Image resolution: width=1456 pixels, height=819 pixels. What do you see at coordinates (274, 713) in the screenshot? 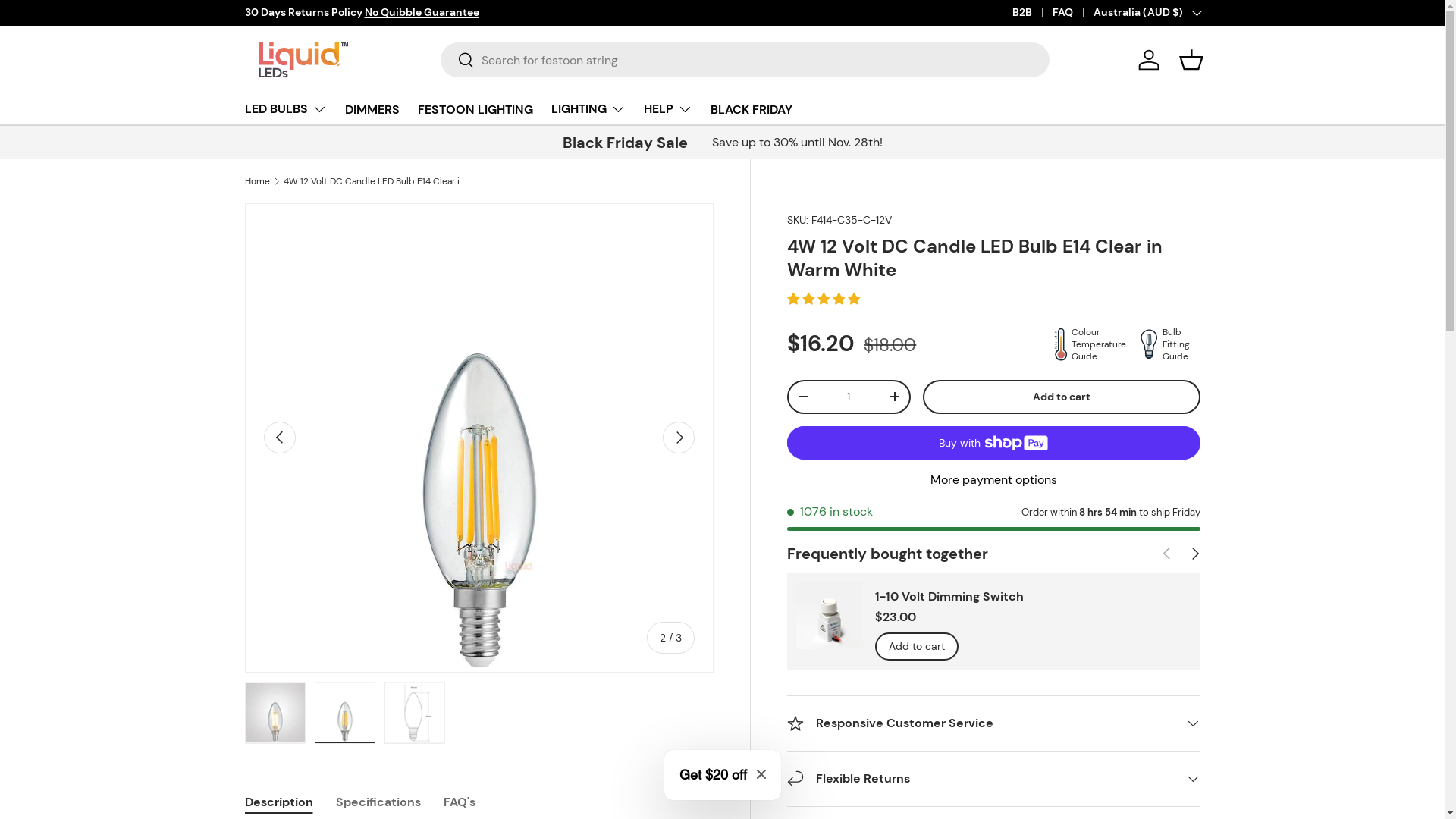
I see `'Load image 1 in gallery view'` at bounding box center [274, 713].